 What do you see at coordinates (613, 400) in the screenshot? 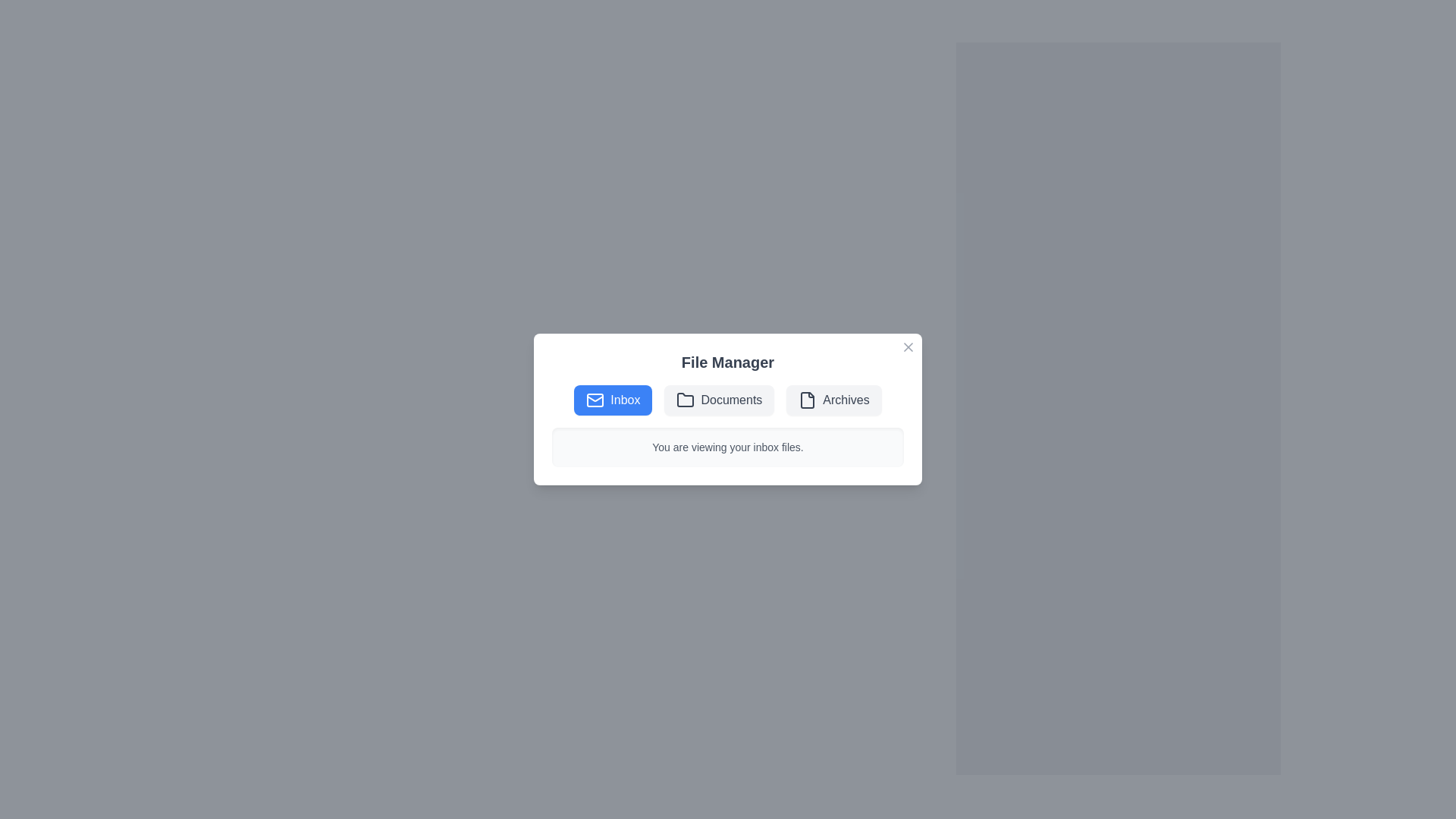
I see `the first button in the horizontal group of three buttons in the 'File Manager' modal` at bounding box center [613, 400].